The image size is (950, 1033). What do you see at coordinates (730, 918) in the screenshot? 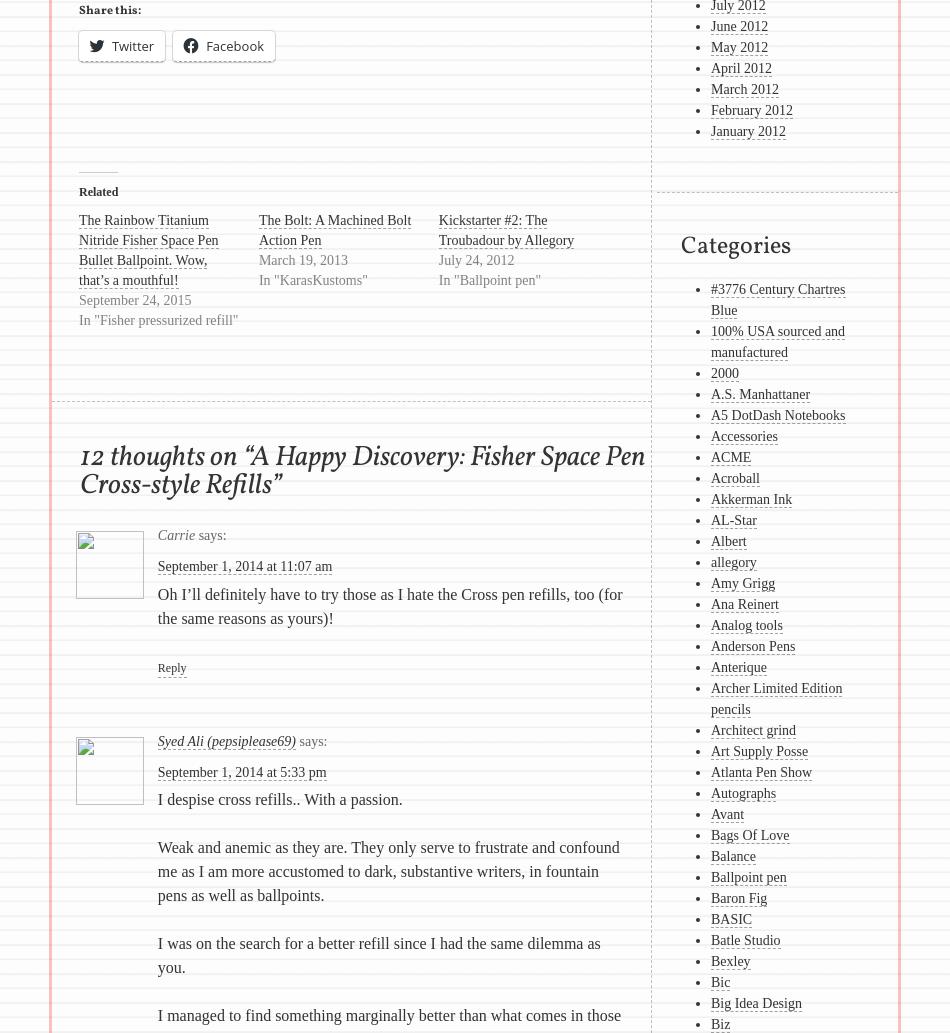
I see `'BASIC'` at bounding box center [730, 918].